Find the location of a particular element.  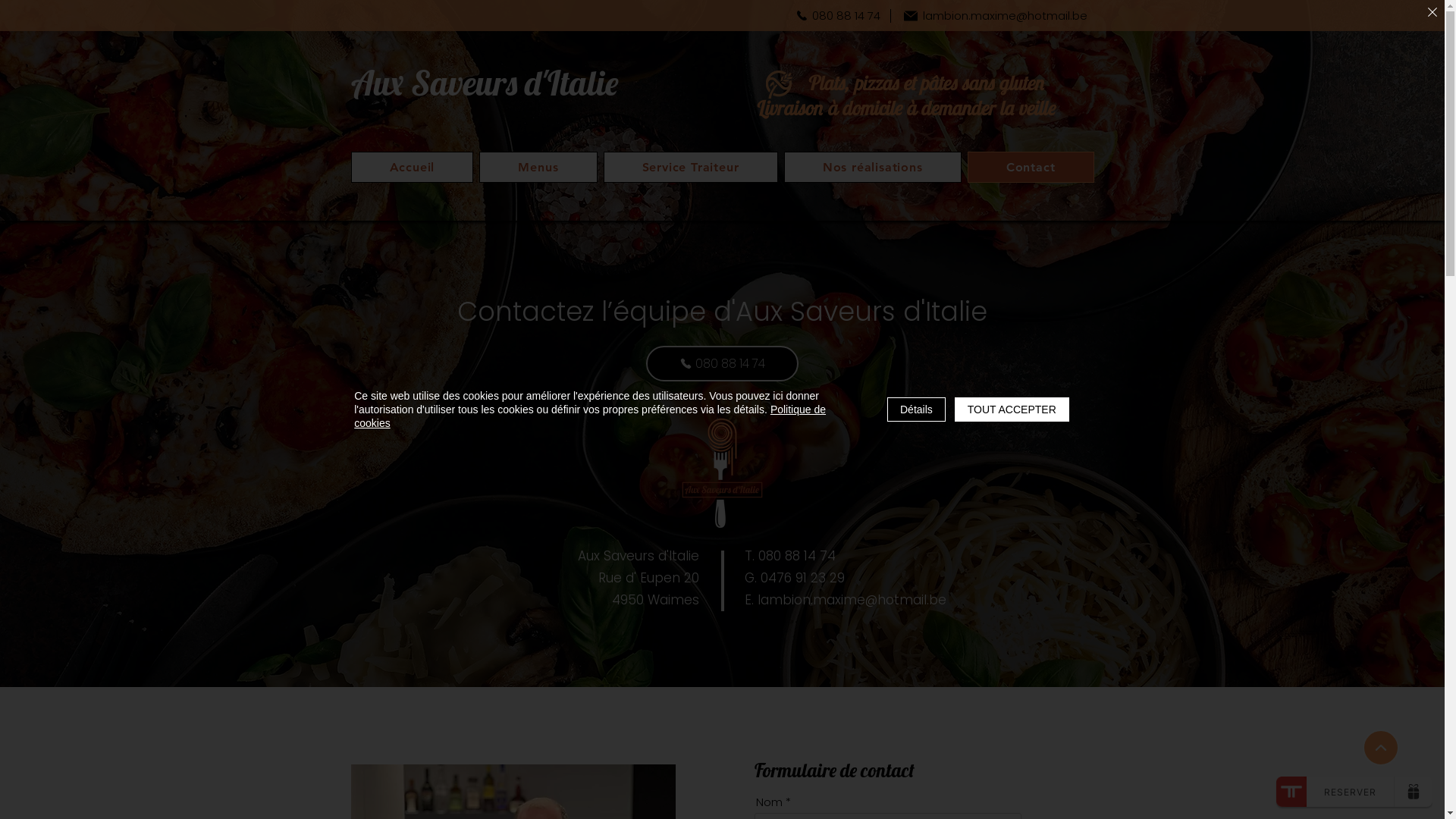

'TOUT ACCEPTER' is located at coordinates (1012, 409).